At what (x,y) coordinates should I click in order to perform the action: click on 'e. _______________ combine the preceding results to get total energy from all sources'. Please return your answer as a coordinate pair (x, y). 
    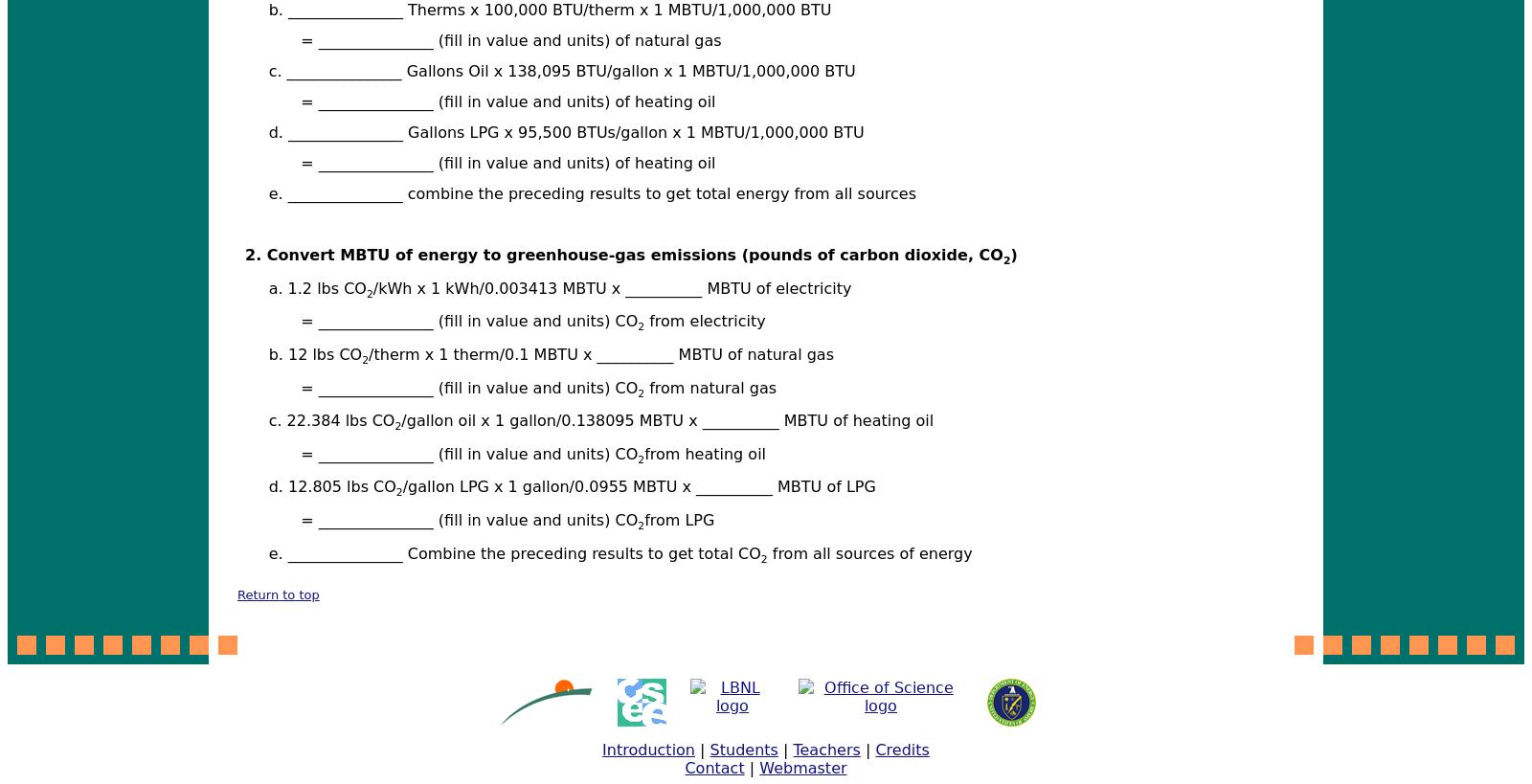
    Looking at the image, I should click on (592, 193).